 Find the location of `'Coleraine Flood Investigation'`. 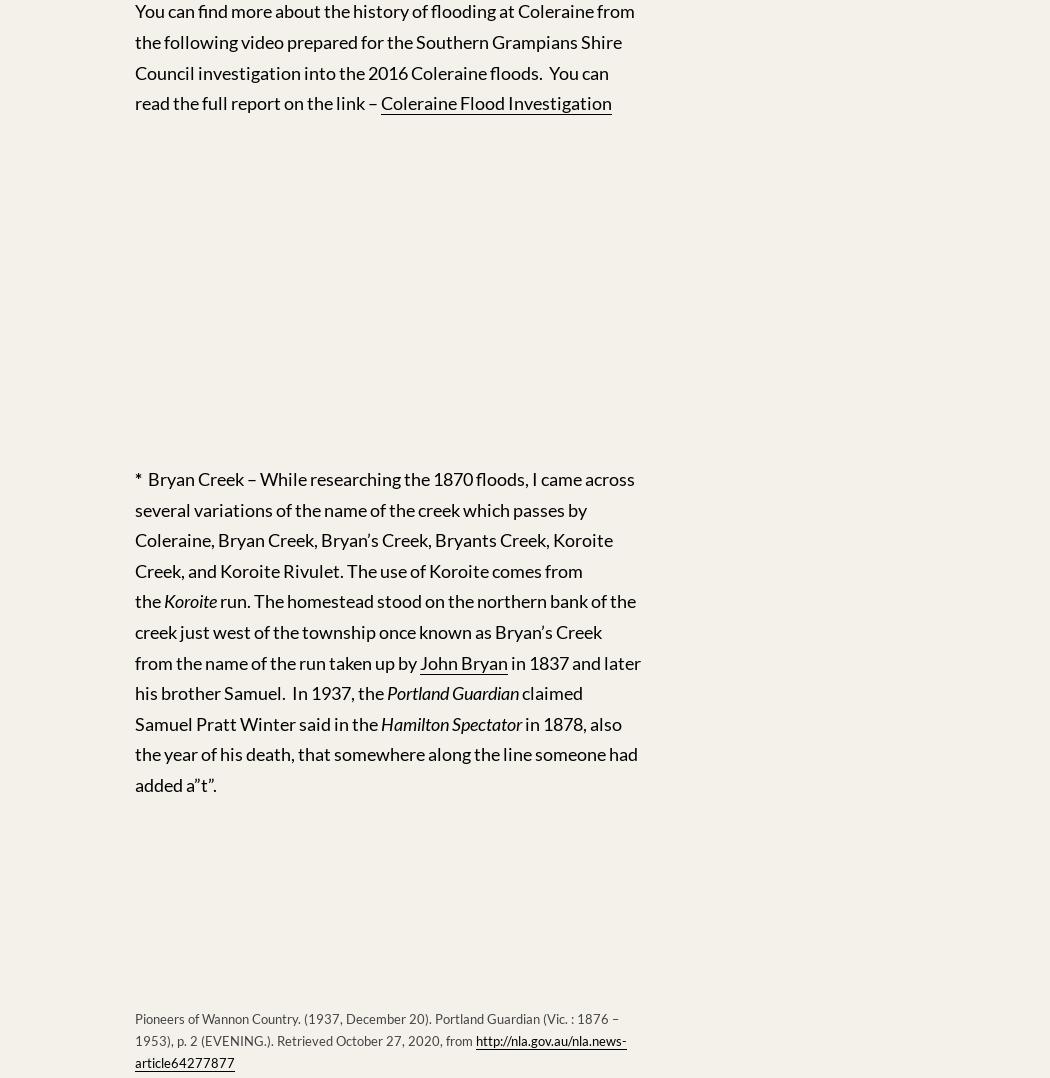

'Coleraine Flood Investigation' is located at coordinates (381, 101).